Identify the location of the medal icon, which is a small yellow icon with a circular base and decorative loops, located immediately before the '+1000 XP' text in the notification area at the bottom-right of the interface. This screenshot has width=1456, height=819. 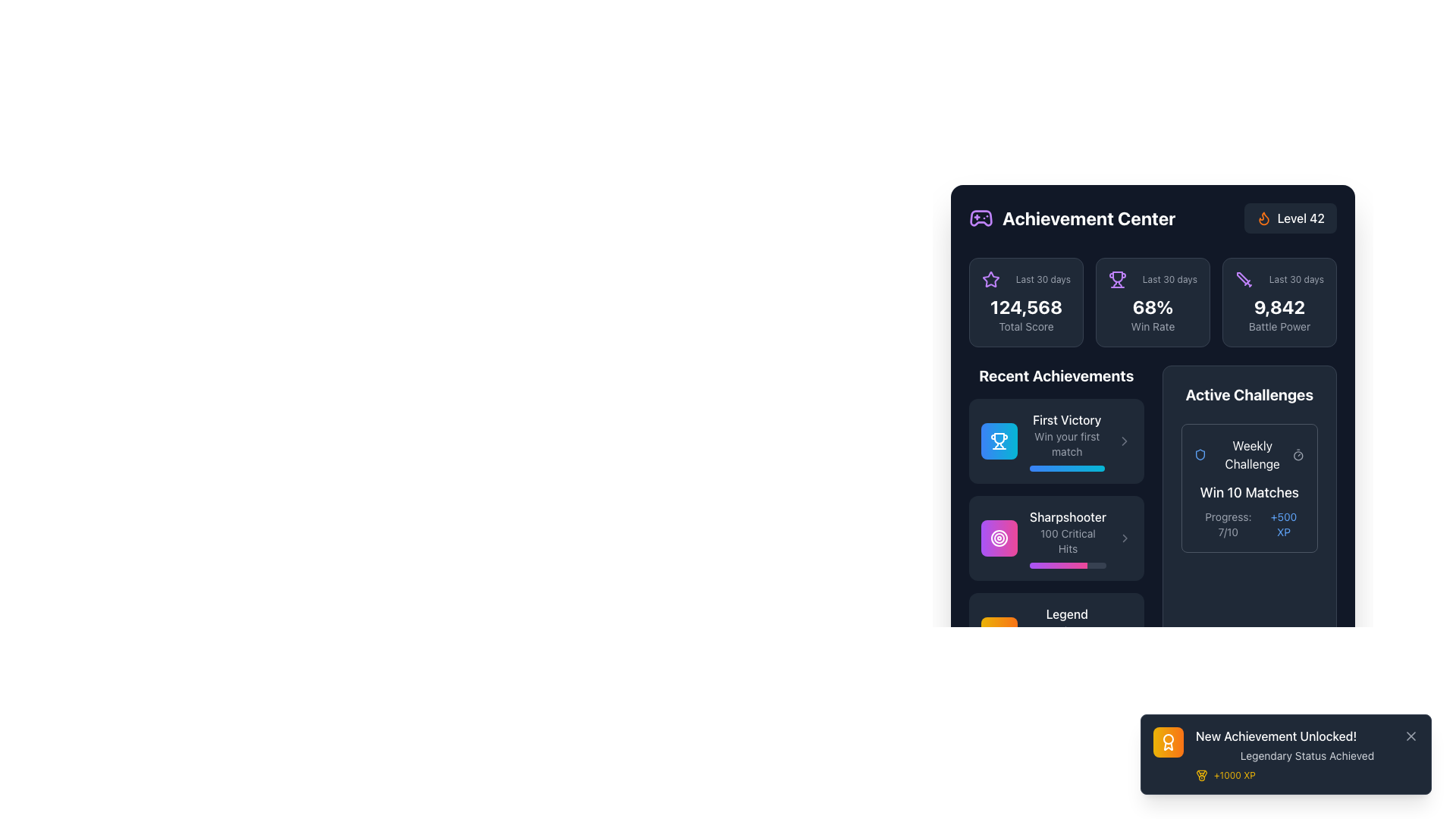
(1200, 775).